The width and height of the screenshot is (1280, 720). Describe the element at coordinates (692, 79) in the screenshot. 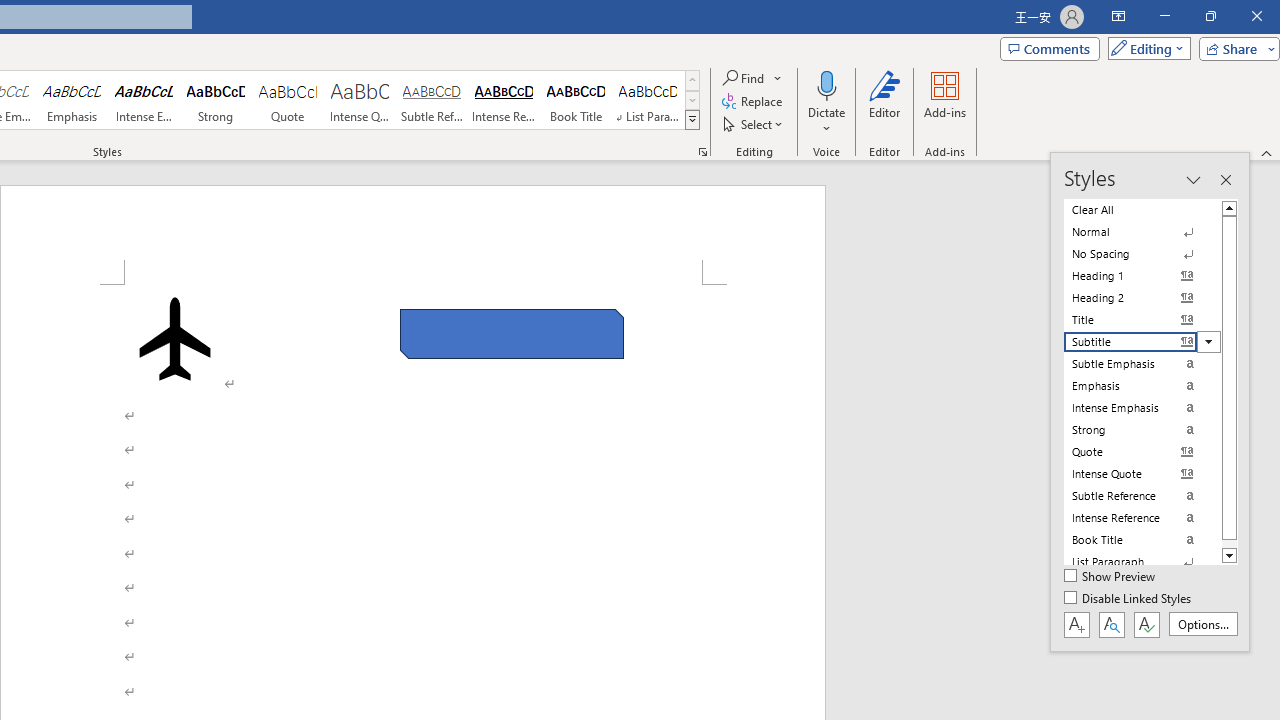

I see `'Row up'` at that location.